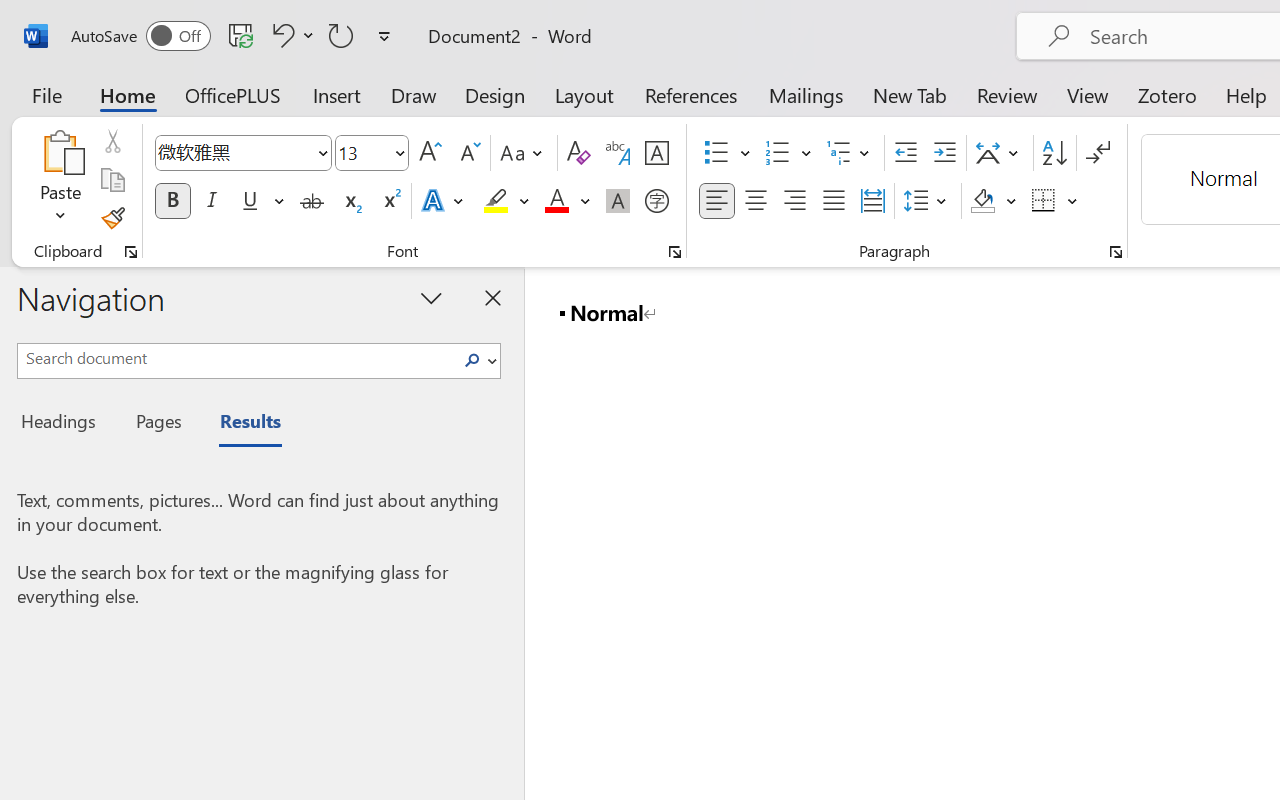  I want to click on 'Superscript', so click(390, 201).